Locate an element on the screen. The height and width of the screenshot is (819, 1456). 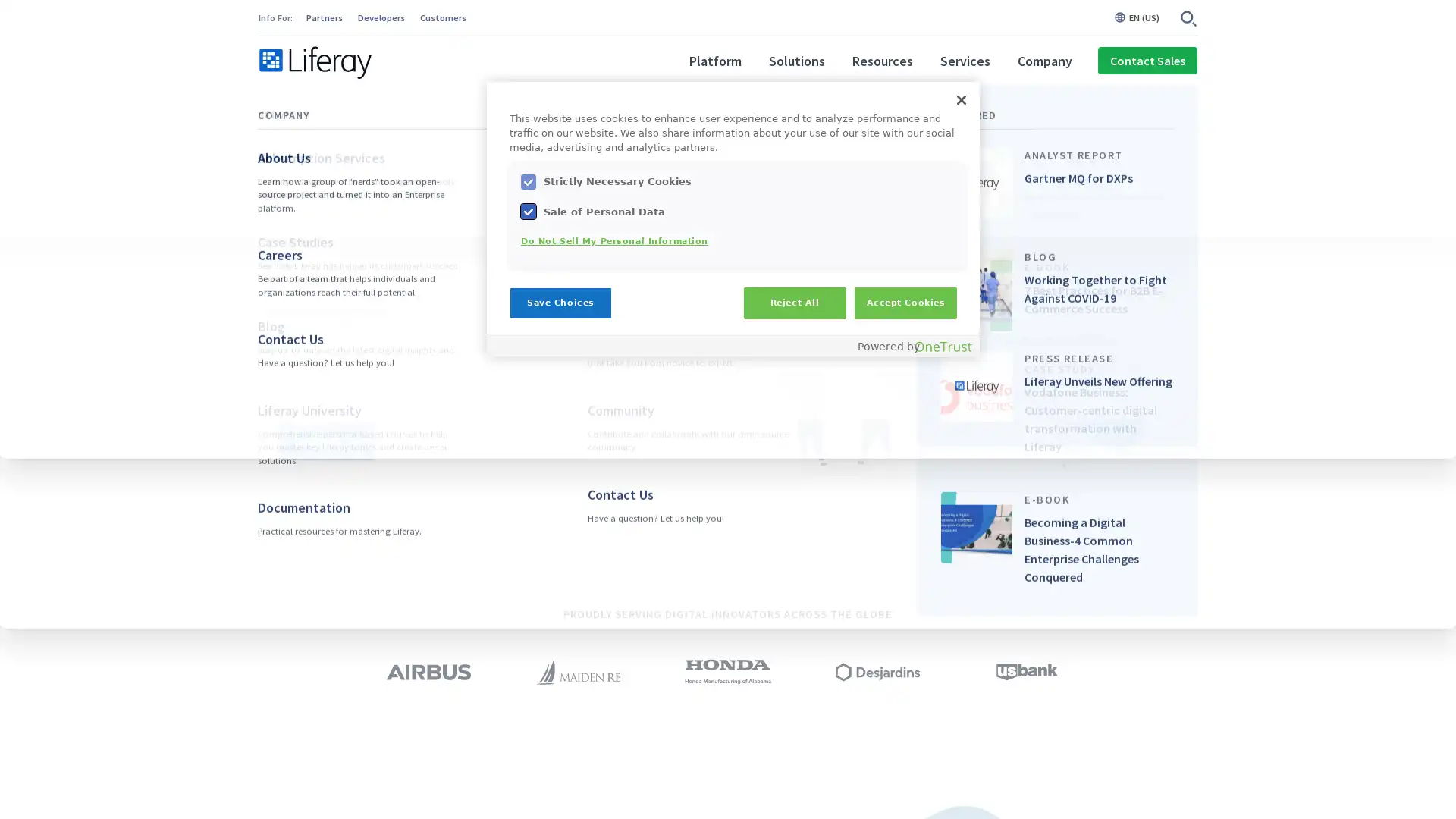
Save Choices is located at coordinates (560, 302).